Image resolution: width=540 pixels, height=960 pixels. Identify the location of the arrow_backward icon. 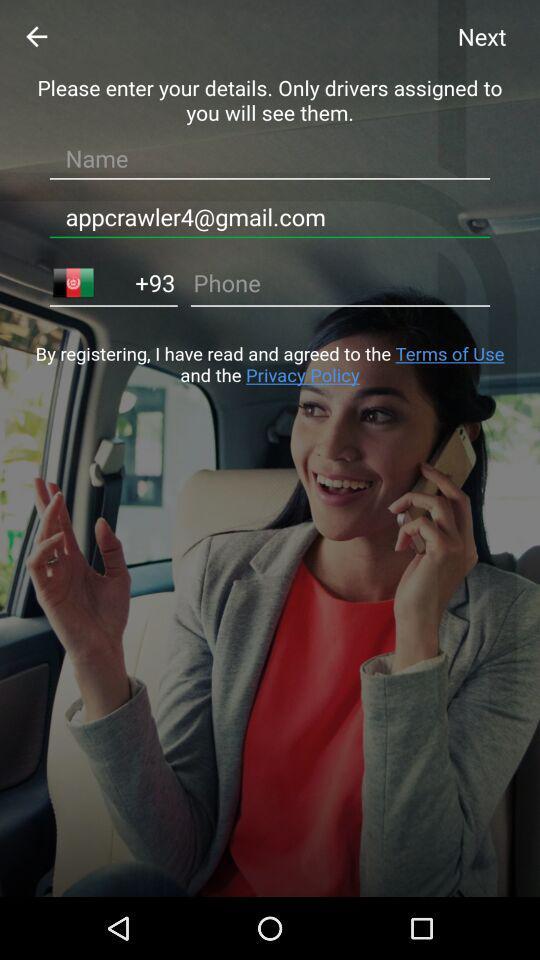
(36, 35).